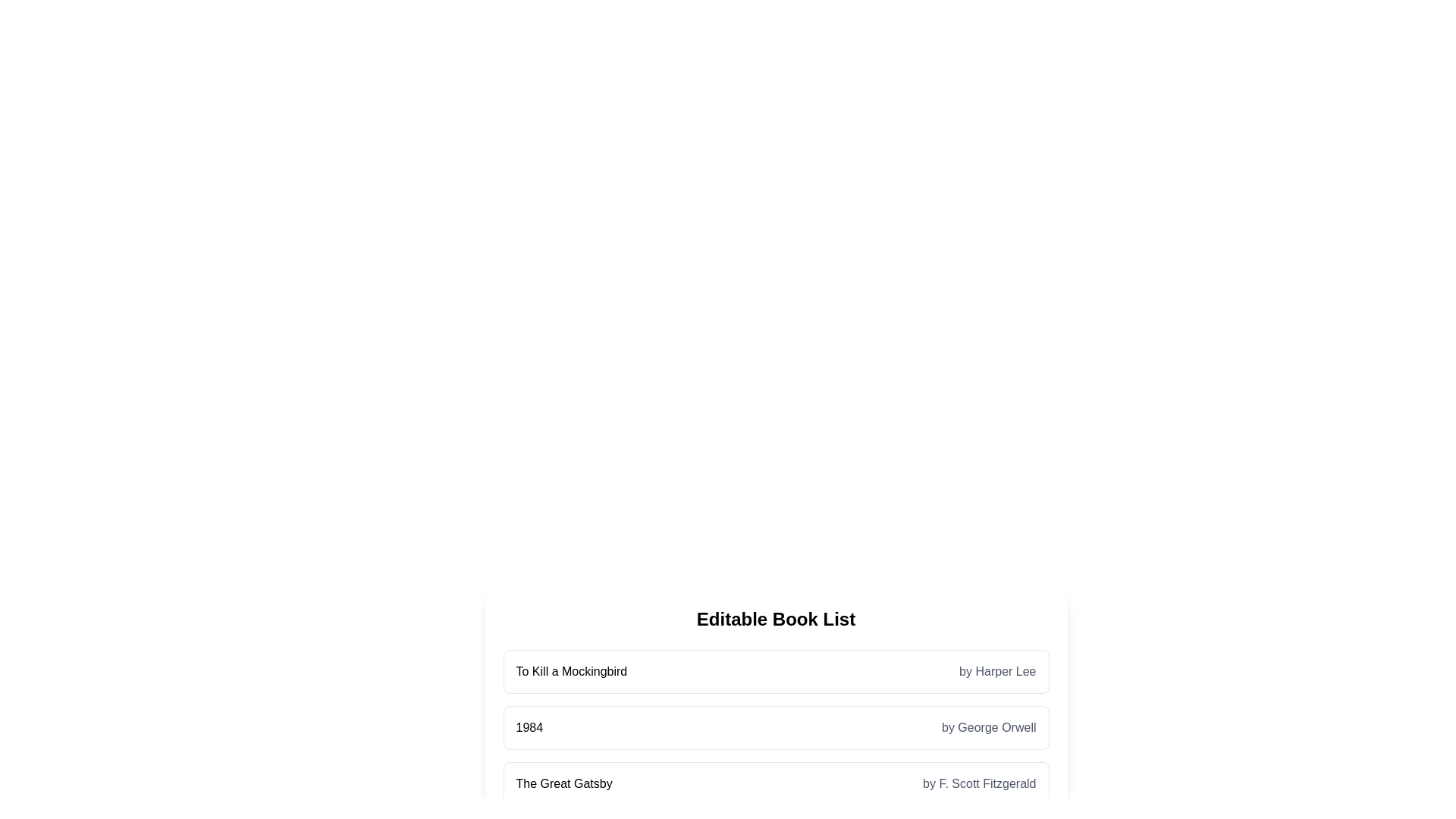 Image resolution: width=1456 pixels, height=819 pixels. Describe the element at coordinates (989, 727) in the screenshot. I see `content 'by George Orwell' displayed in a light gray text label, which is aligned to the right of '1984'` at that location.